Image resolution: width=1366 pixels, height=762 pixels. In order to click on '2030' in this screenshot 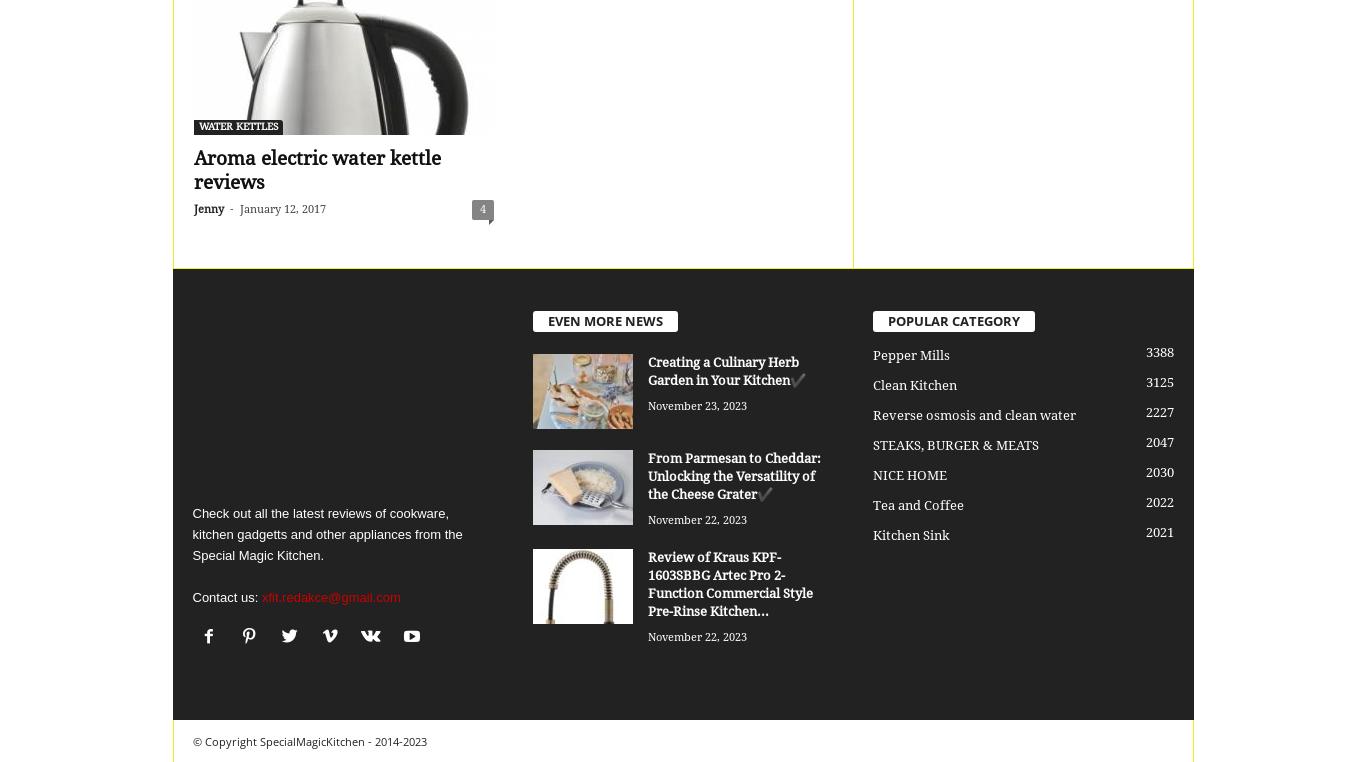, I will do `click(1159, 472)`.